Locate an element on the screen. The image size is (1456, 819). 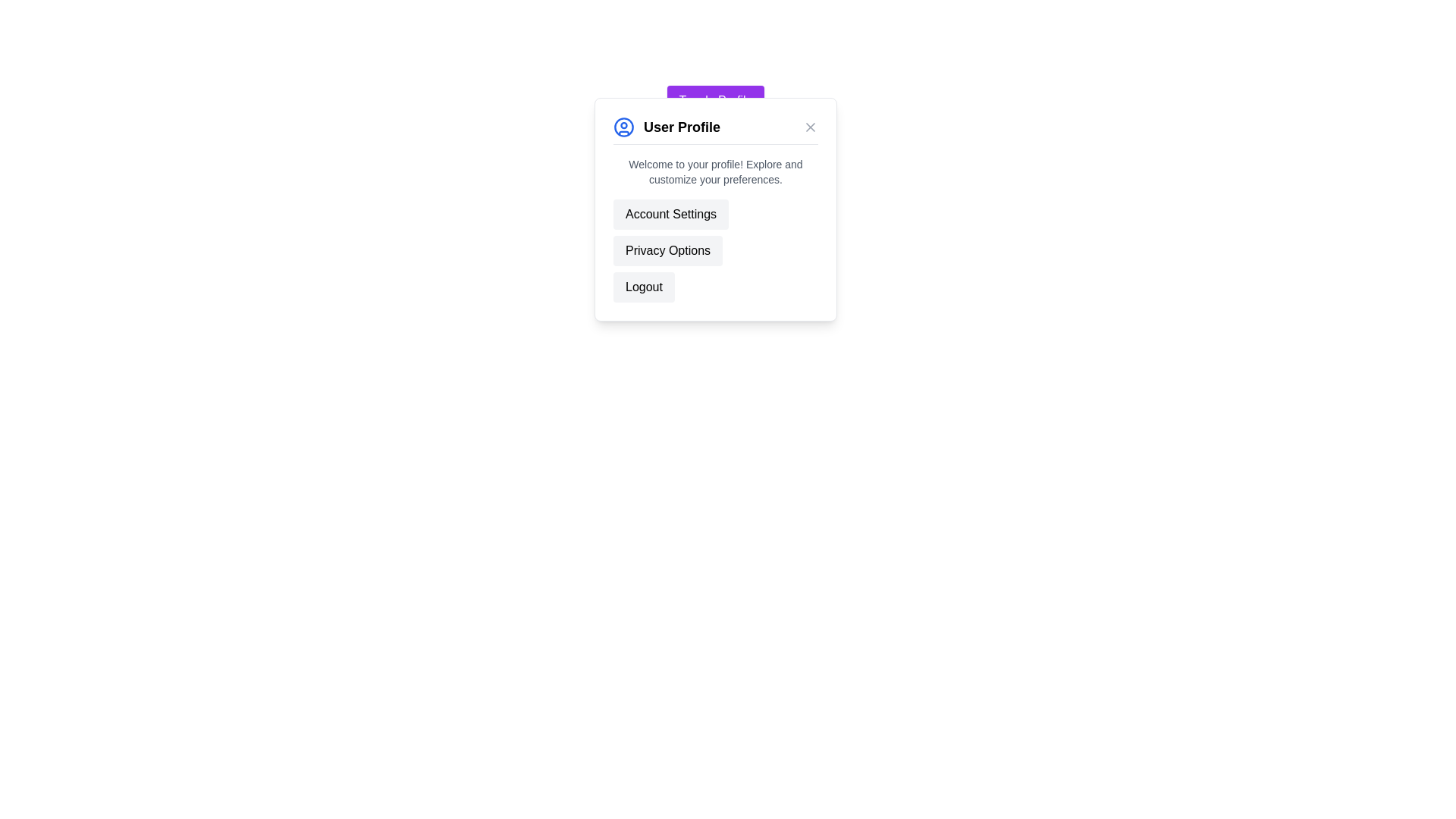
the 'Logout' button located in the 'User Profile' modal dialog box, which is the third option listed vertically is located at coordinates (644, 287).